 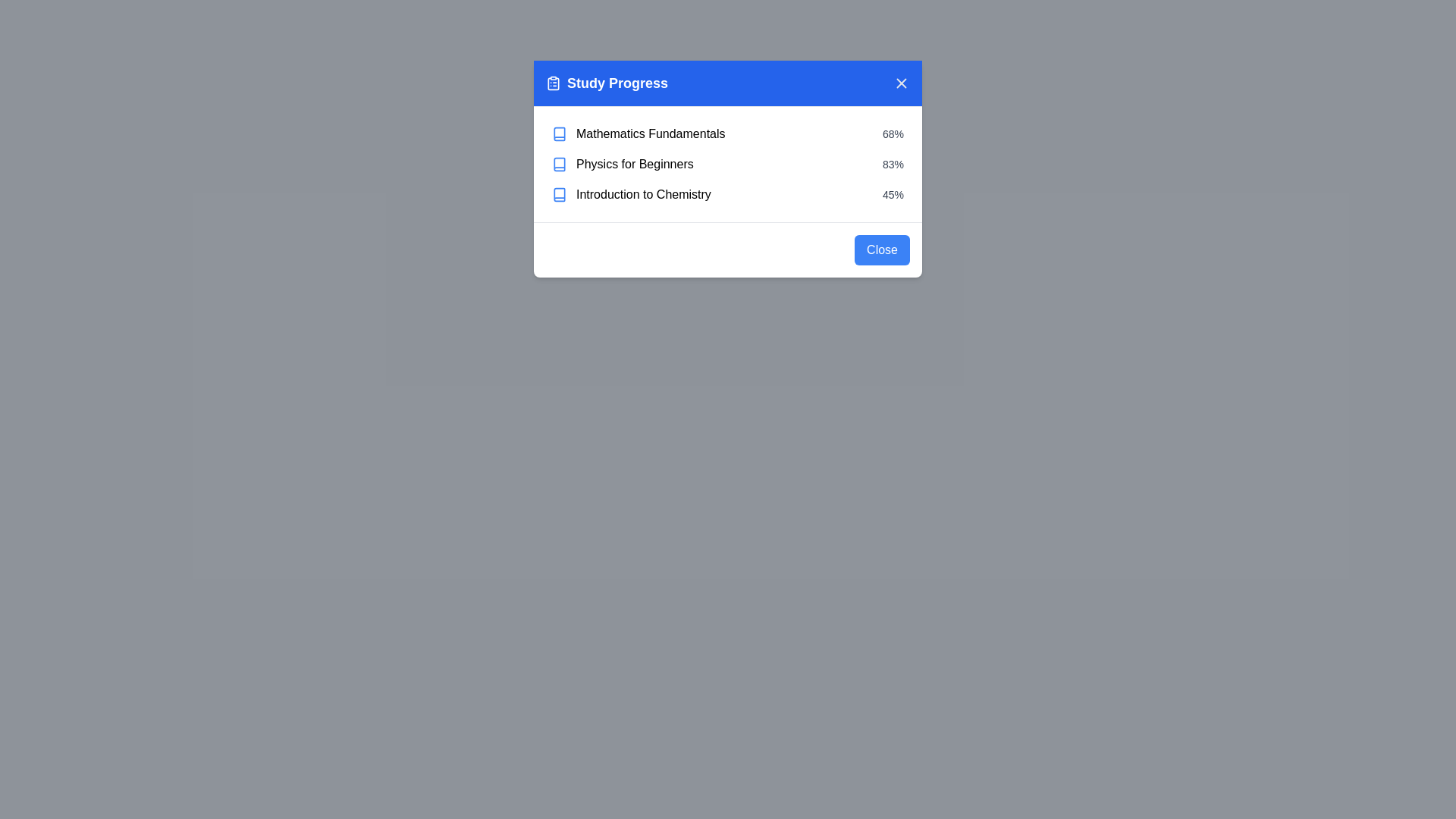 What do you see at coordinates (635, 164) in the screenshot?
I see `text label displaying 'Physics for Beginners' which is the second item in the vertical list of the modal titled 'Study Progress'` at bounding box center [635, 164].